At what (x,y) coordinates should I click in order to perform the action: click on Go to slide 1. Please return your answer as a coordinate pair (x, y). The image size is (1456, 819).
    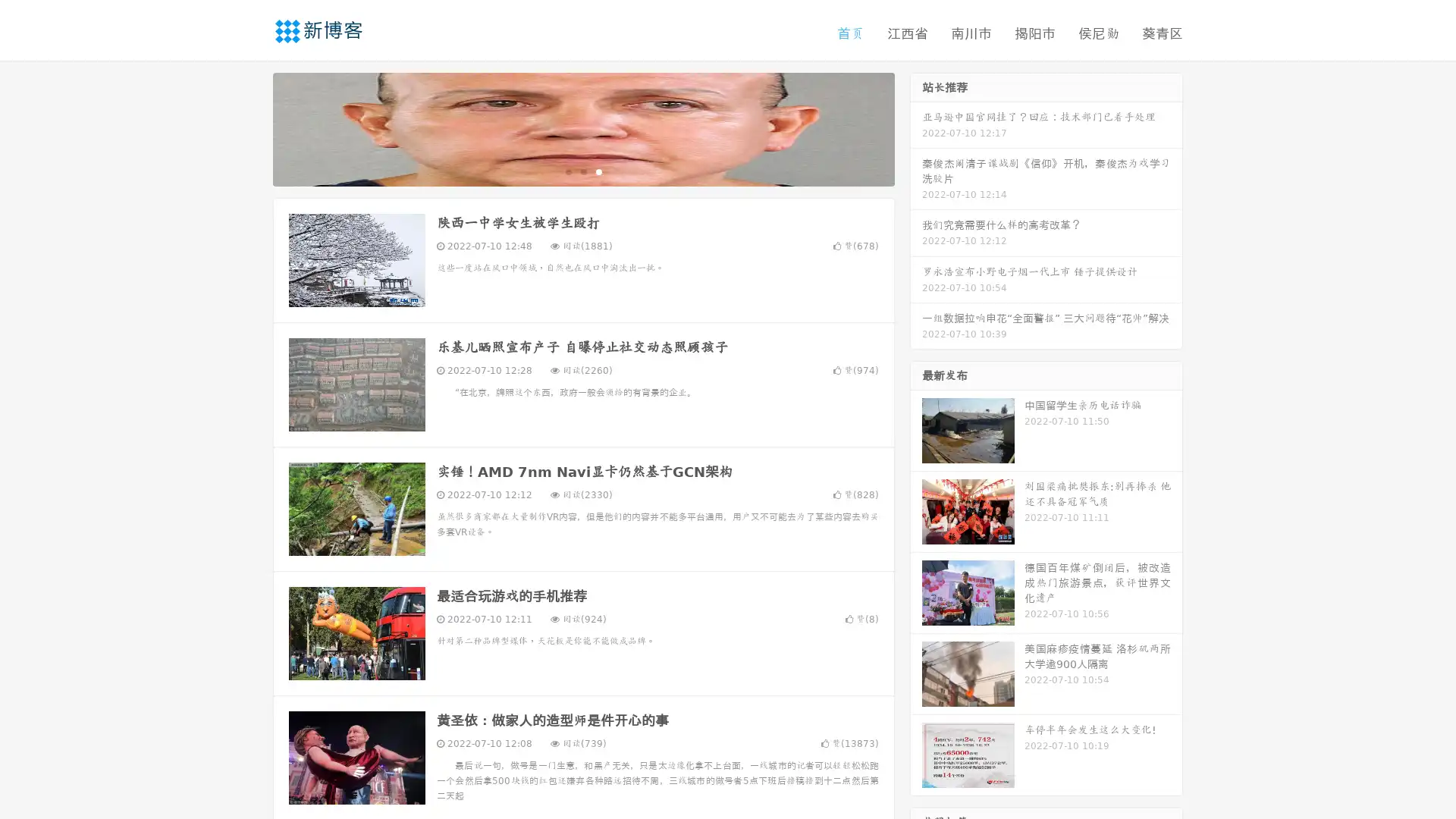
    Looking at the image, I should click on (567, 171).